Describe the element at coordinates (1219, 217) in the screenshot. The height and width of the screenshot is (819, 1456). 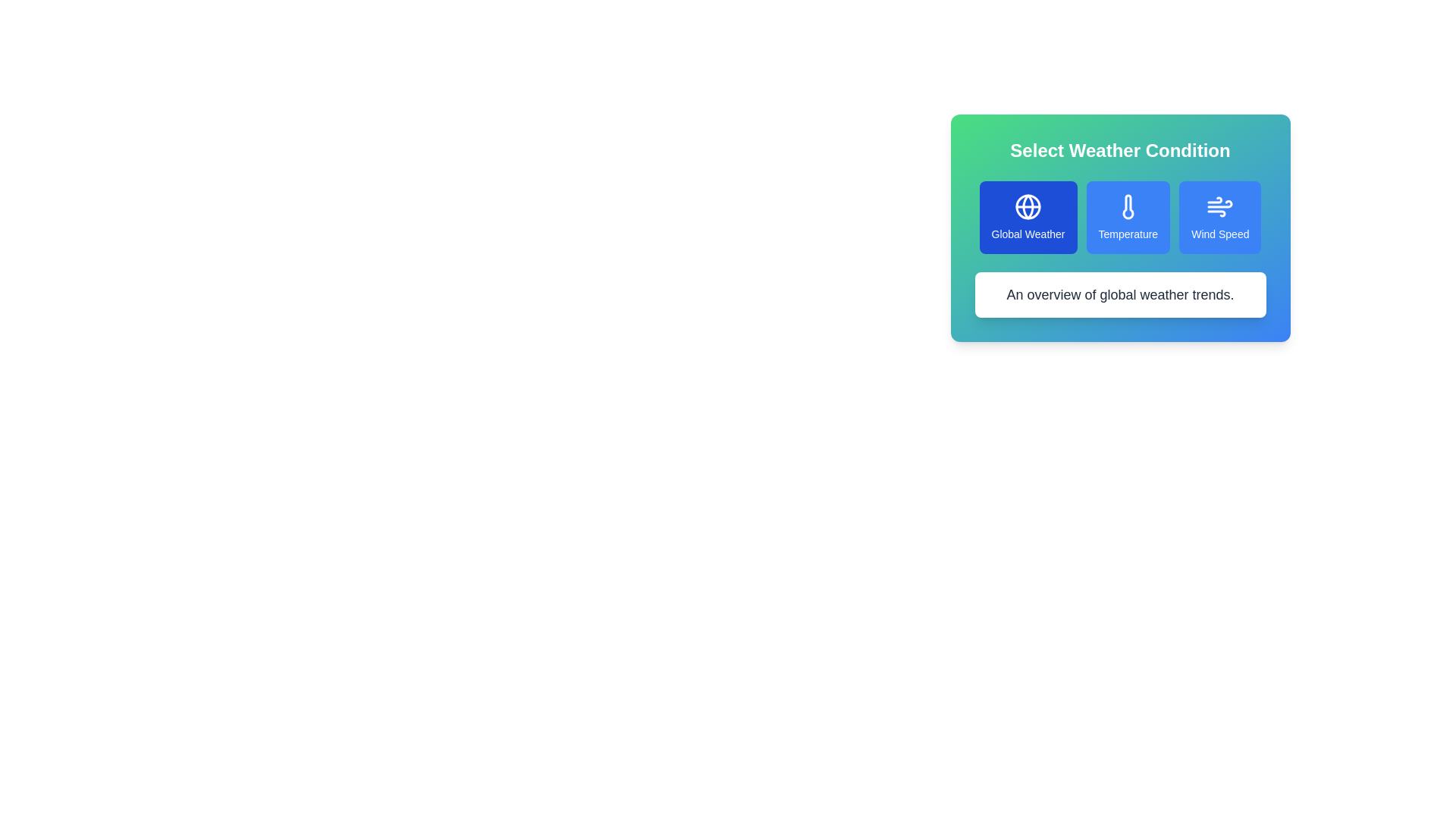
I see `the button corresponding to Wind Speed to select the desired weather condition` at that location.